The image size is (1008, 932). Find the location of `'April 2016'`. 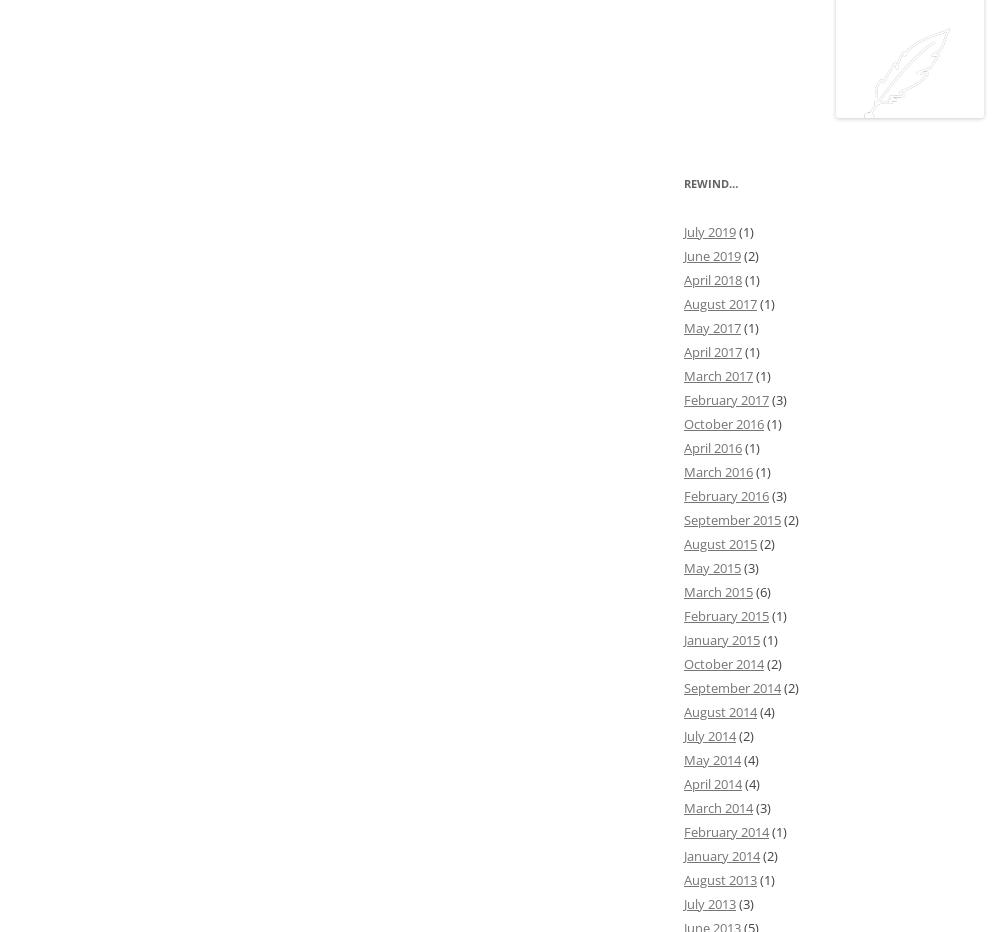

'April 2016' is located at coordinates (712, 446).